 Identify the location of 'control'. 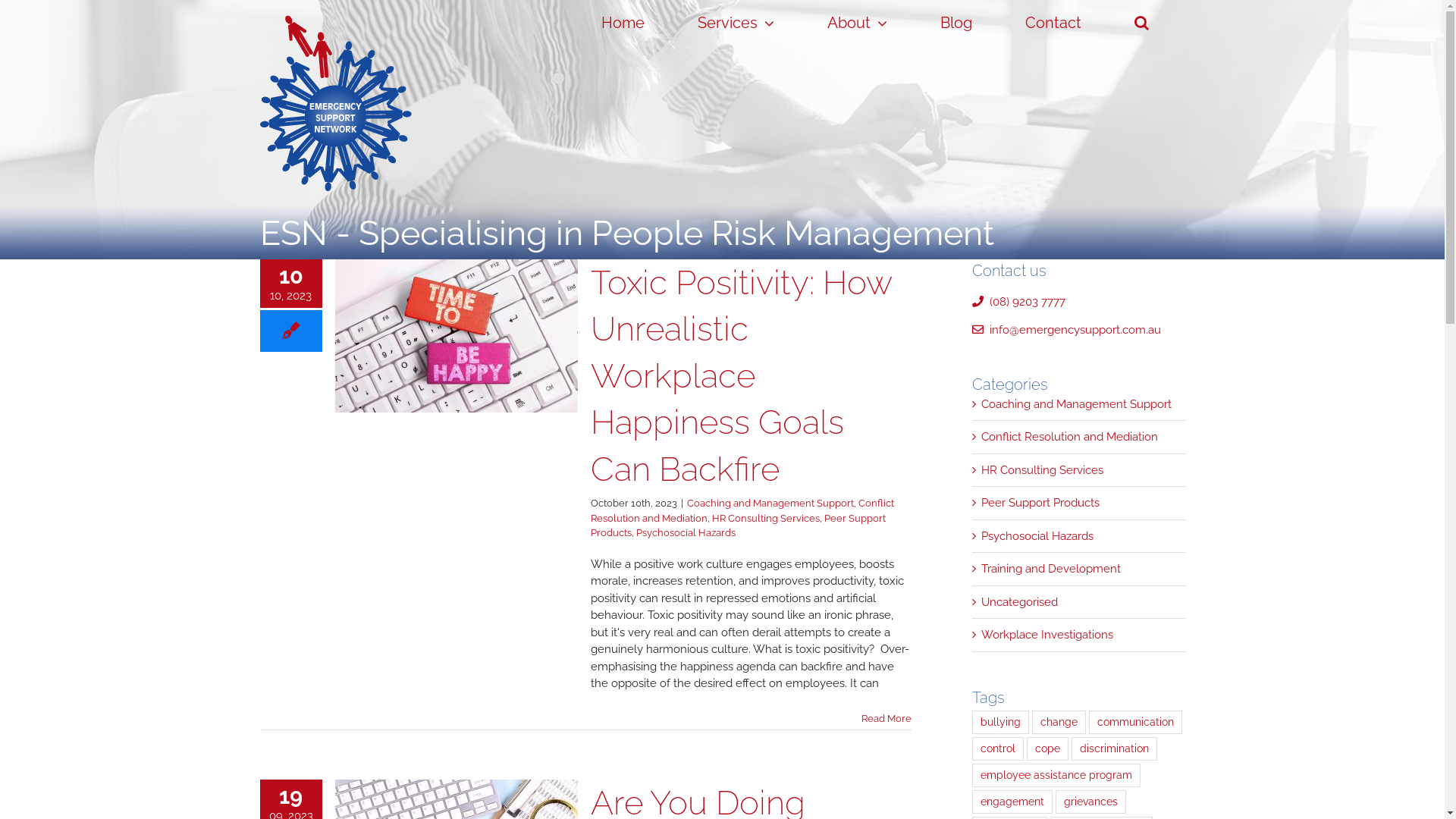
(971, 748).